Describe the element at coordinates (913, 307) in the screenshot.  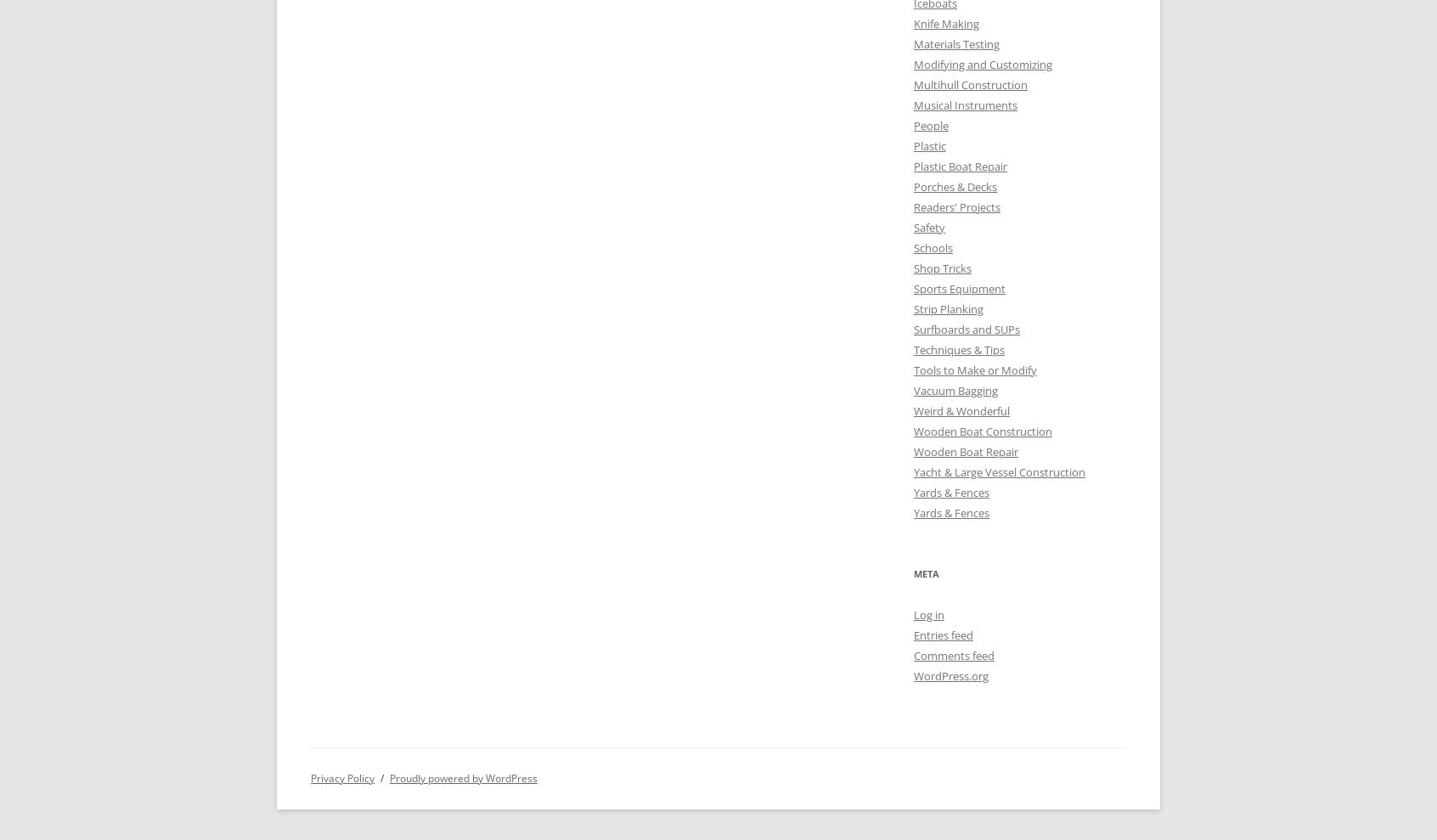
I see `'Strip Planking'` at that location.